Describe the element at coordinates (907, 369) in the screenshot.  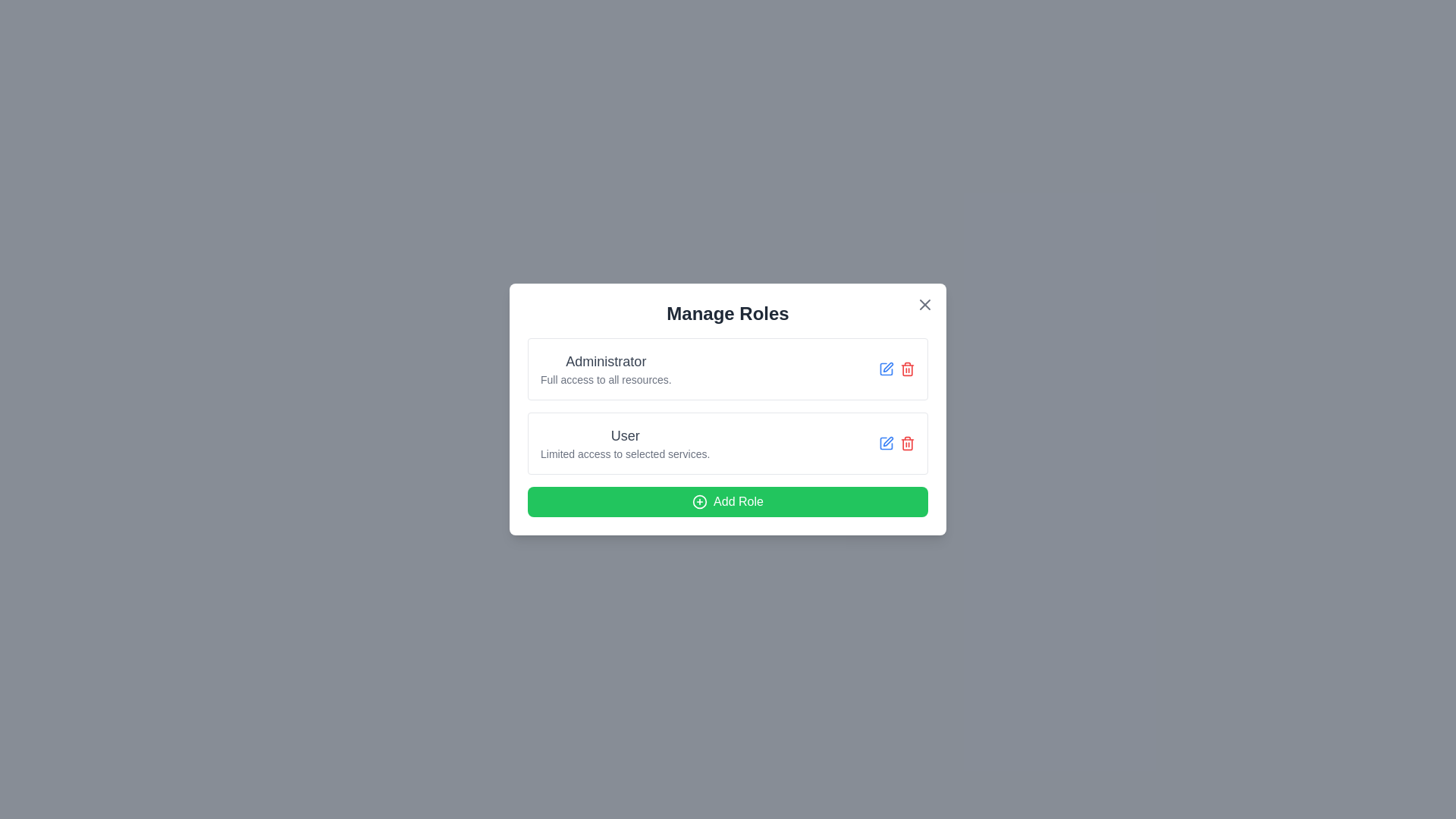
I see `the small red trash can icon button located in the second column of the 'Administrator' row` at that location.